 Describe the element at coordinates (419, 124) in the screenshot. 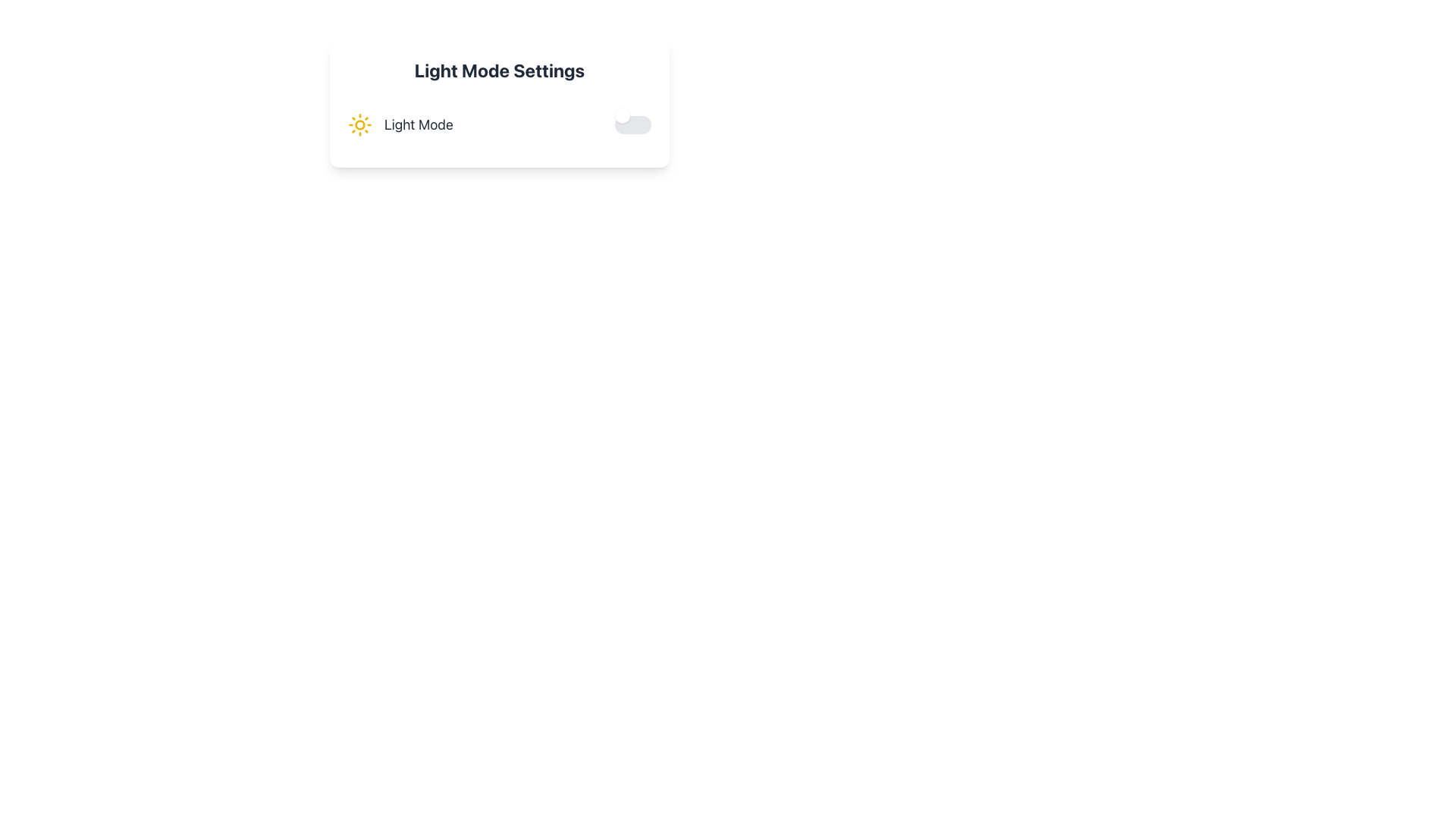

I see `the 'Light Mode' text label, which is displayed in bold with a dark shade, located to the right of a sun icon within a horizontal layout` at that location.